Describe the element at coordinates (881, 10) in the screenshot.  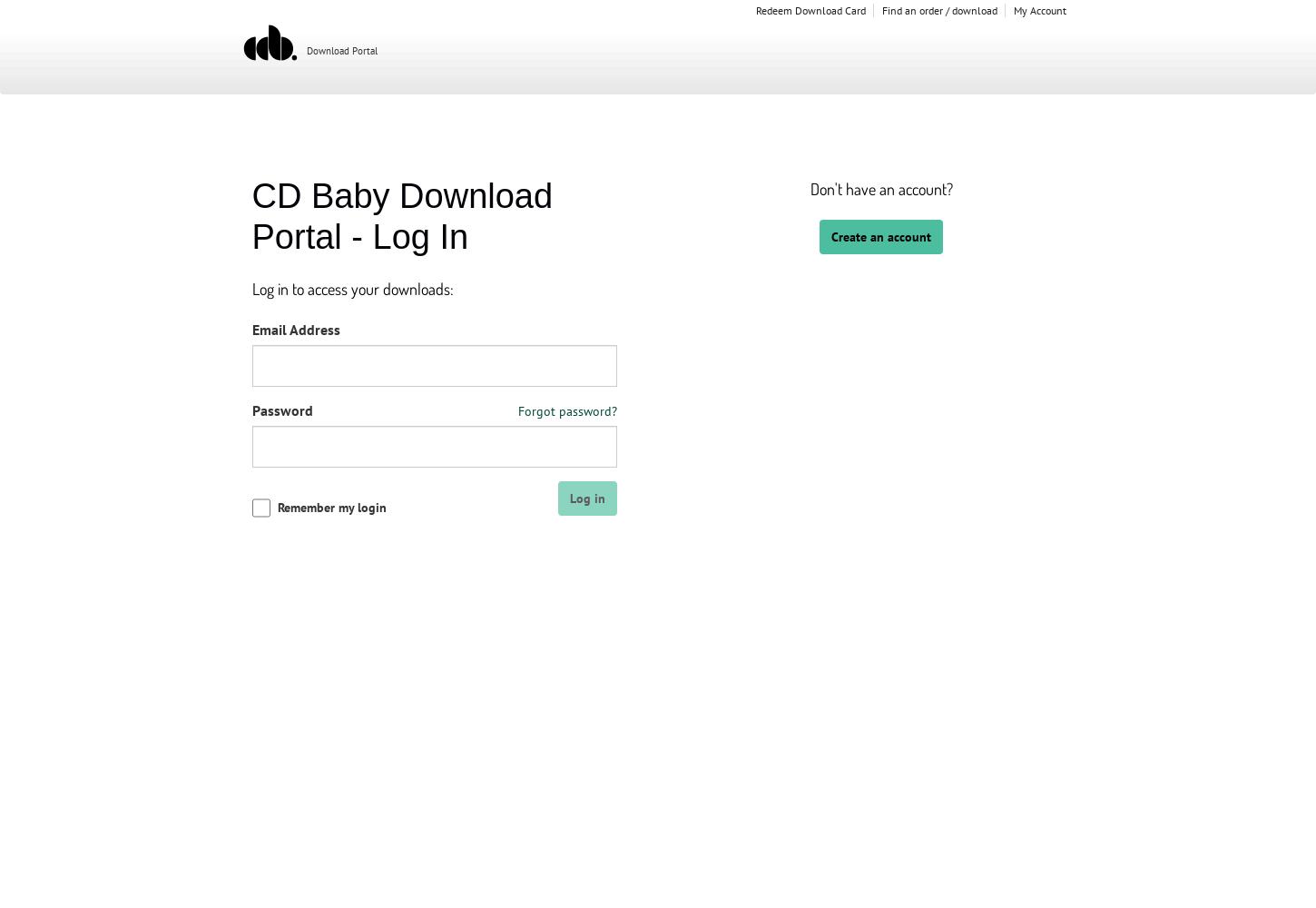
I see `'Find an order / download'` at that location.